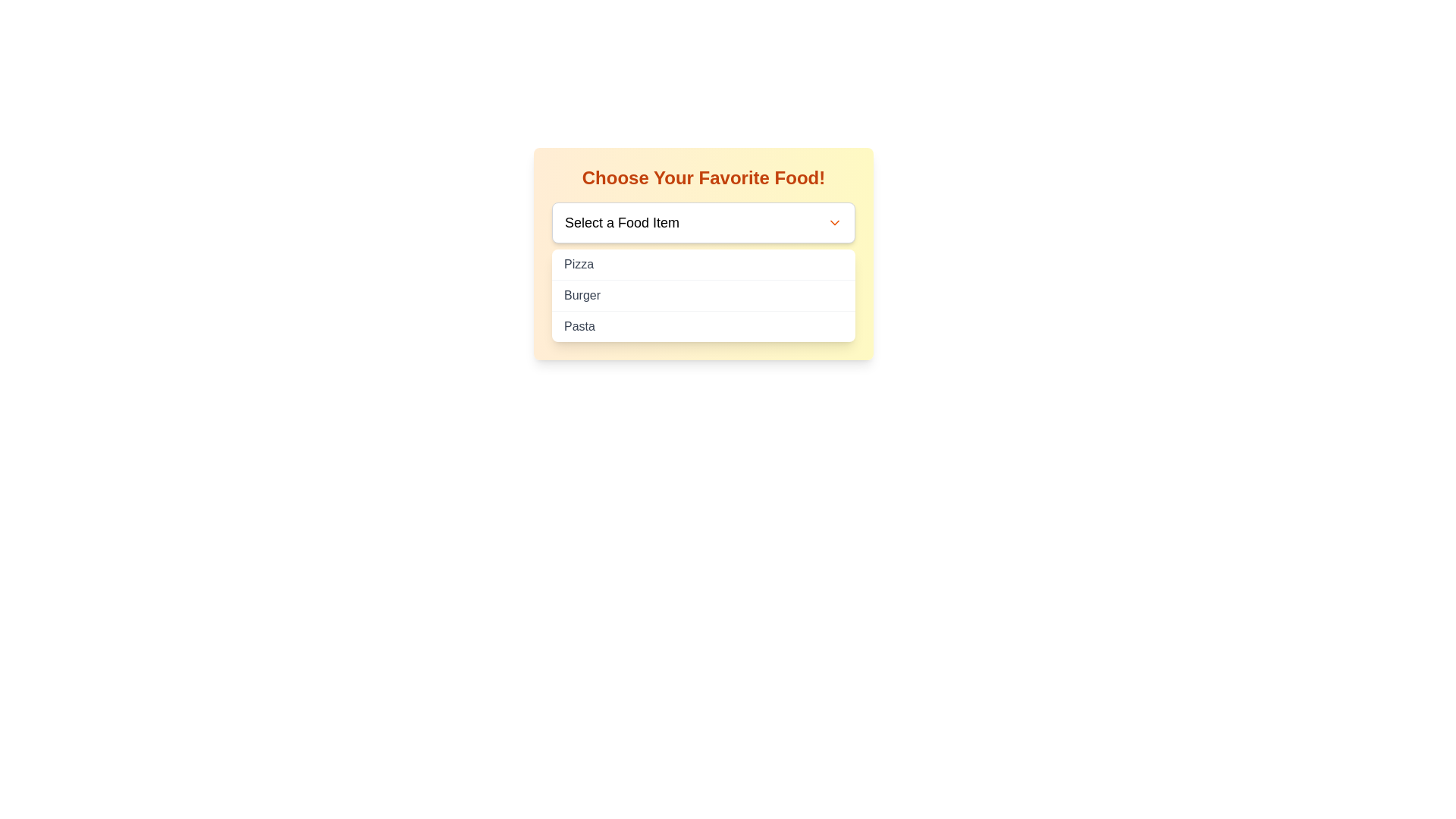  Describe the element at coordinates (582, 295) in the screenshot. I see `the text label displaying 'Burger' in the selectable list` at that location.